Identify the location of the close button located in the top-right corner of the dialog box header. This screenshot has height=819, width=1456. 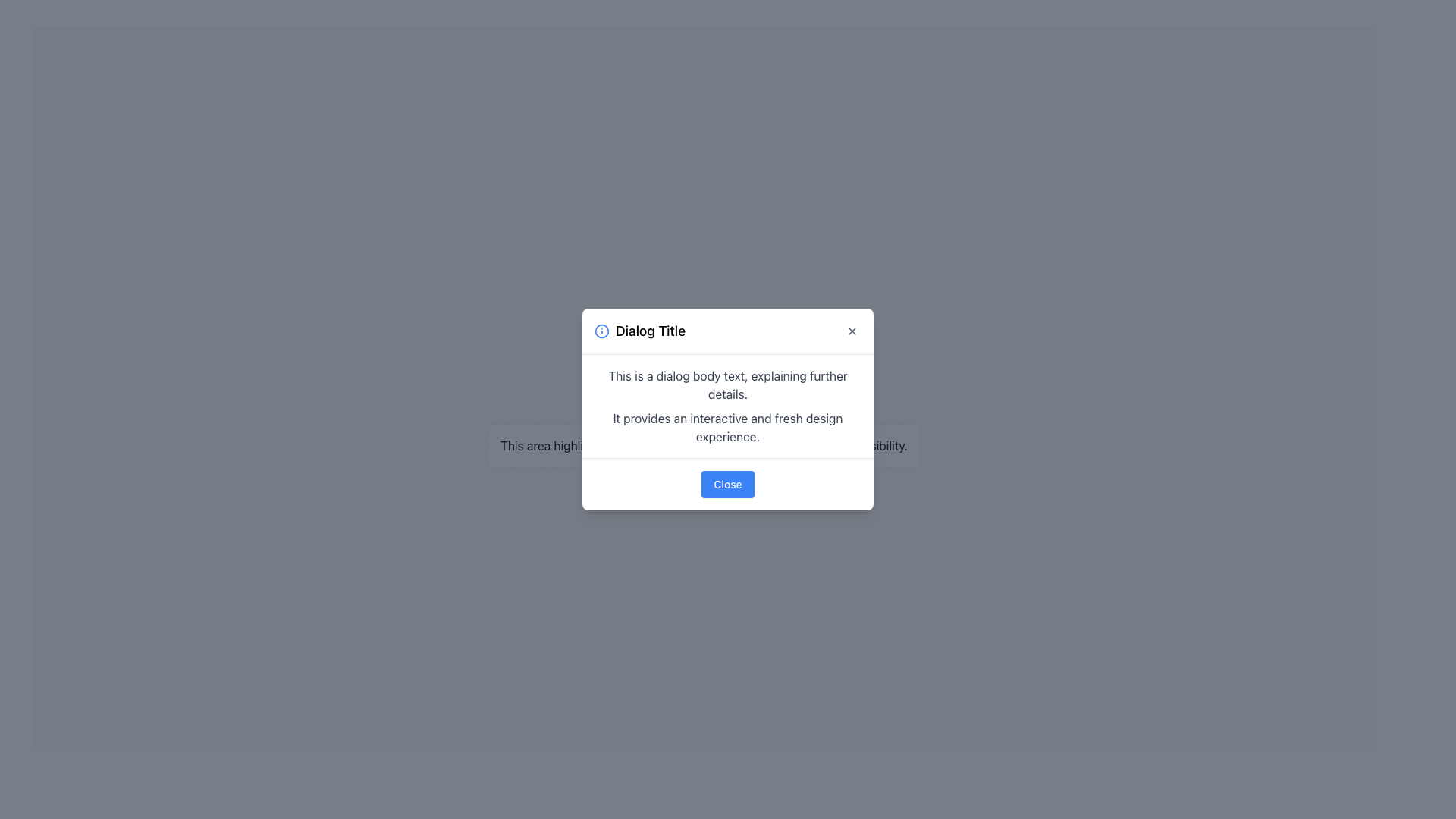
(852, 330).